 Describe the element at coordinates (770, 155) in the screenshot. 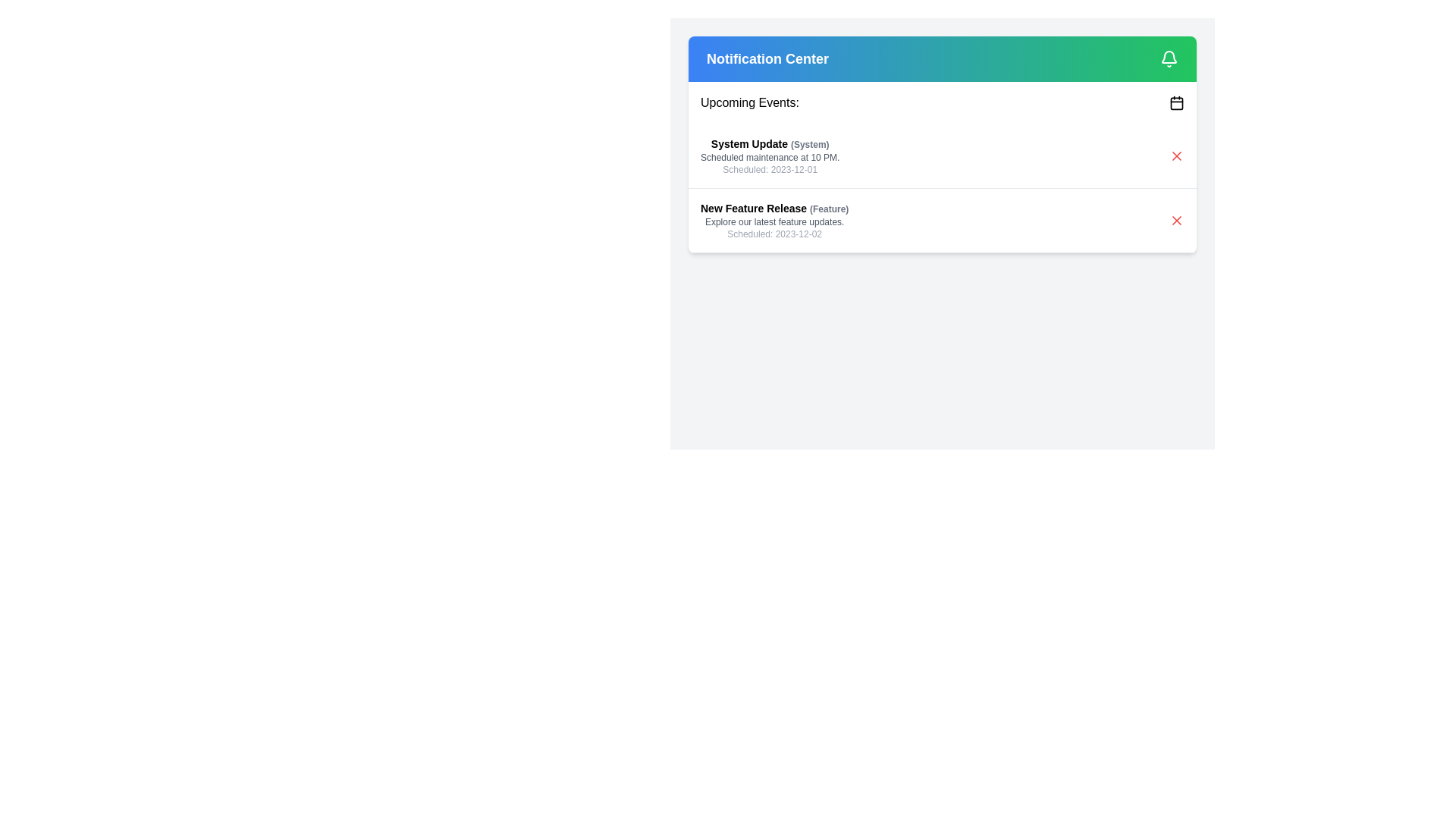

I see `information from the text block titled 'System Update (System)' located at the top-left corner of the notifications list in the 'Notification Center'` at that location.